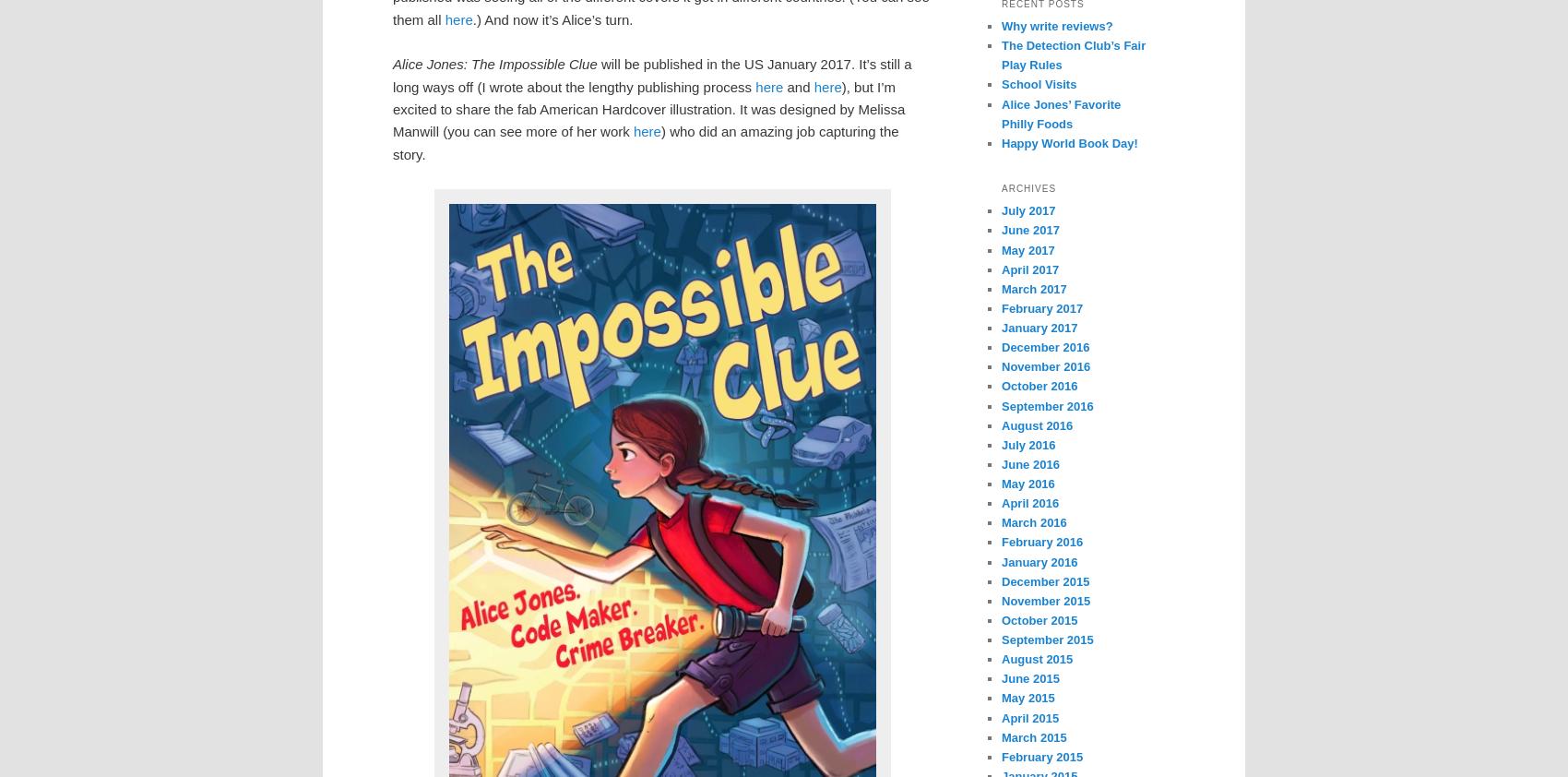 The image size is (1568, 777). Describe the element at coordinates (1041, 541) in the screenshot. I see `'February 2016'` at that location.